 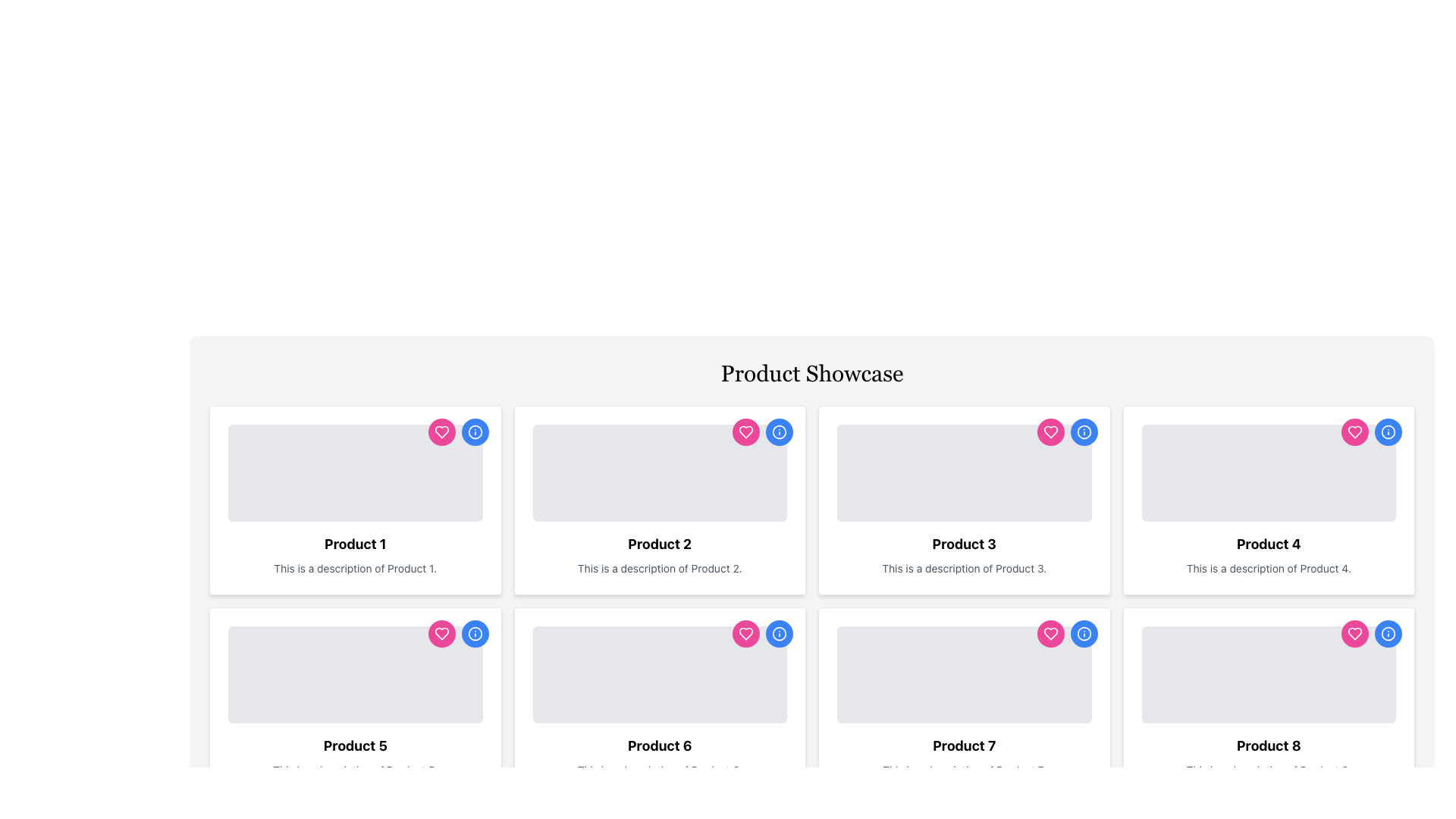 What do you see at coordinates (1083, 432) in the screenshot?
I see `the informational action button located at the top-right corner of the 'Product 4' card` at bounding box center [1083, 432].